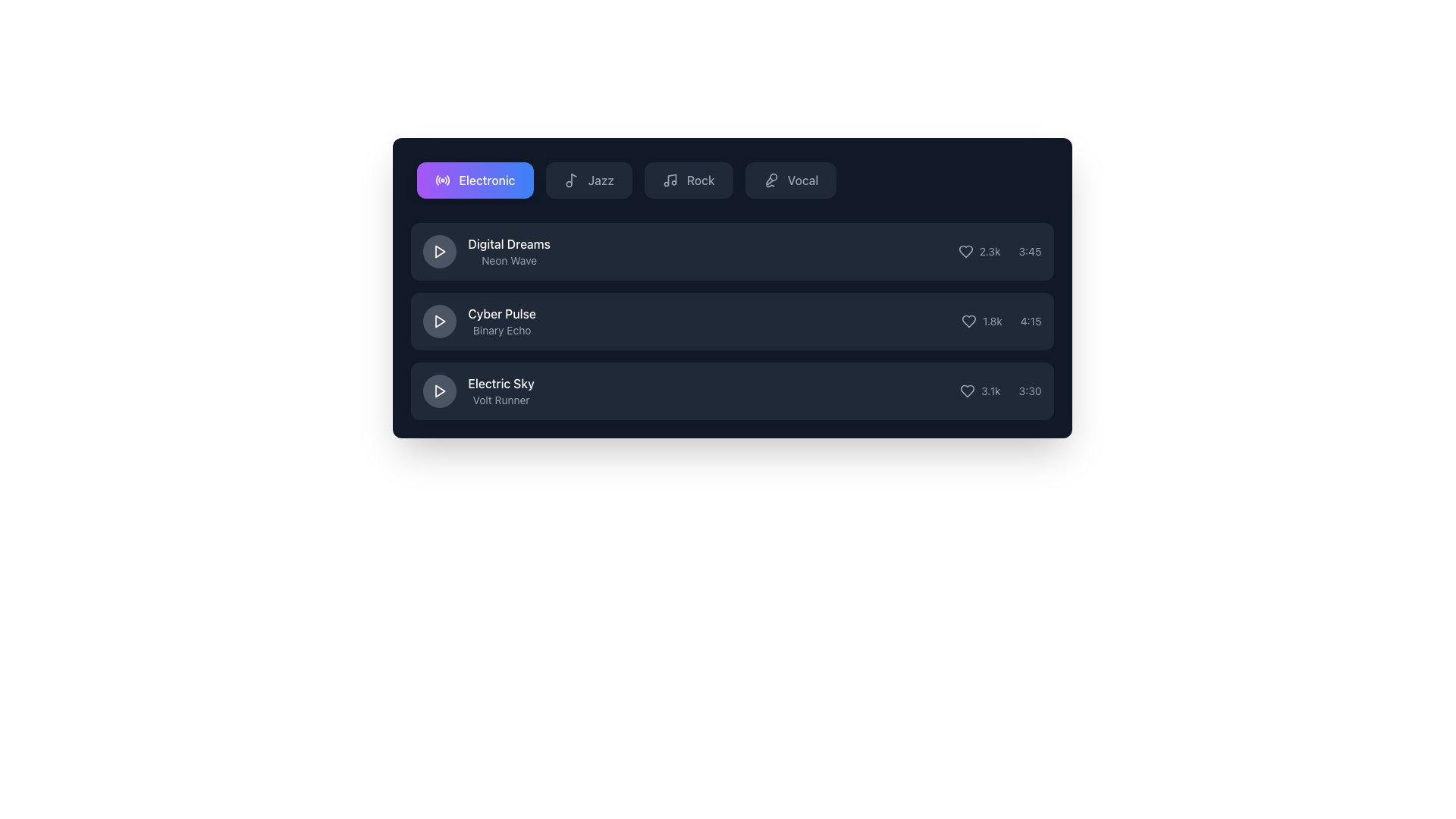  I want to click on the numeric display indicating the number of likes (1.8k) for the music track 'Cyber Pulse', which is located on the second row of the song list, to the right of the song title and left of the text '4:15', so click(981, 321).